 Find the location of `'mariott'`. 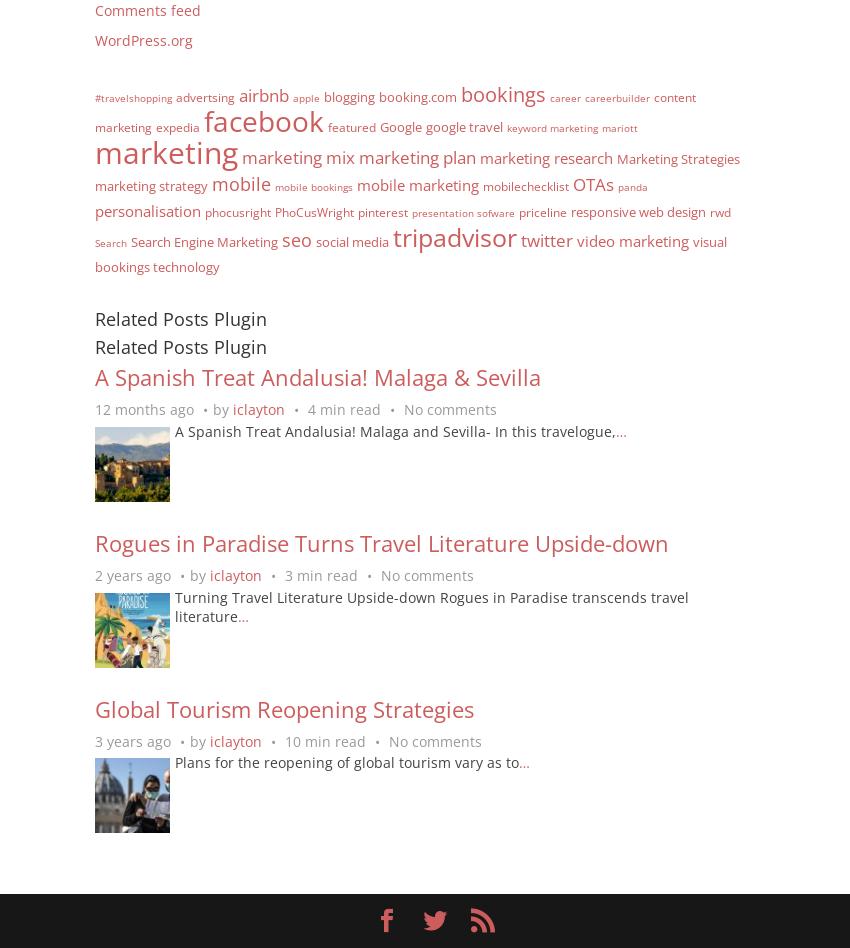

'mariott' is located at coordinates (618, 126).